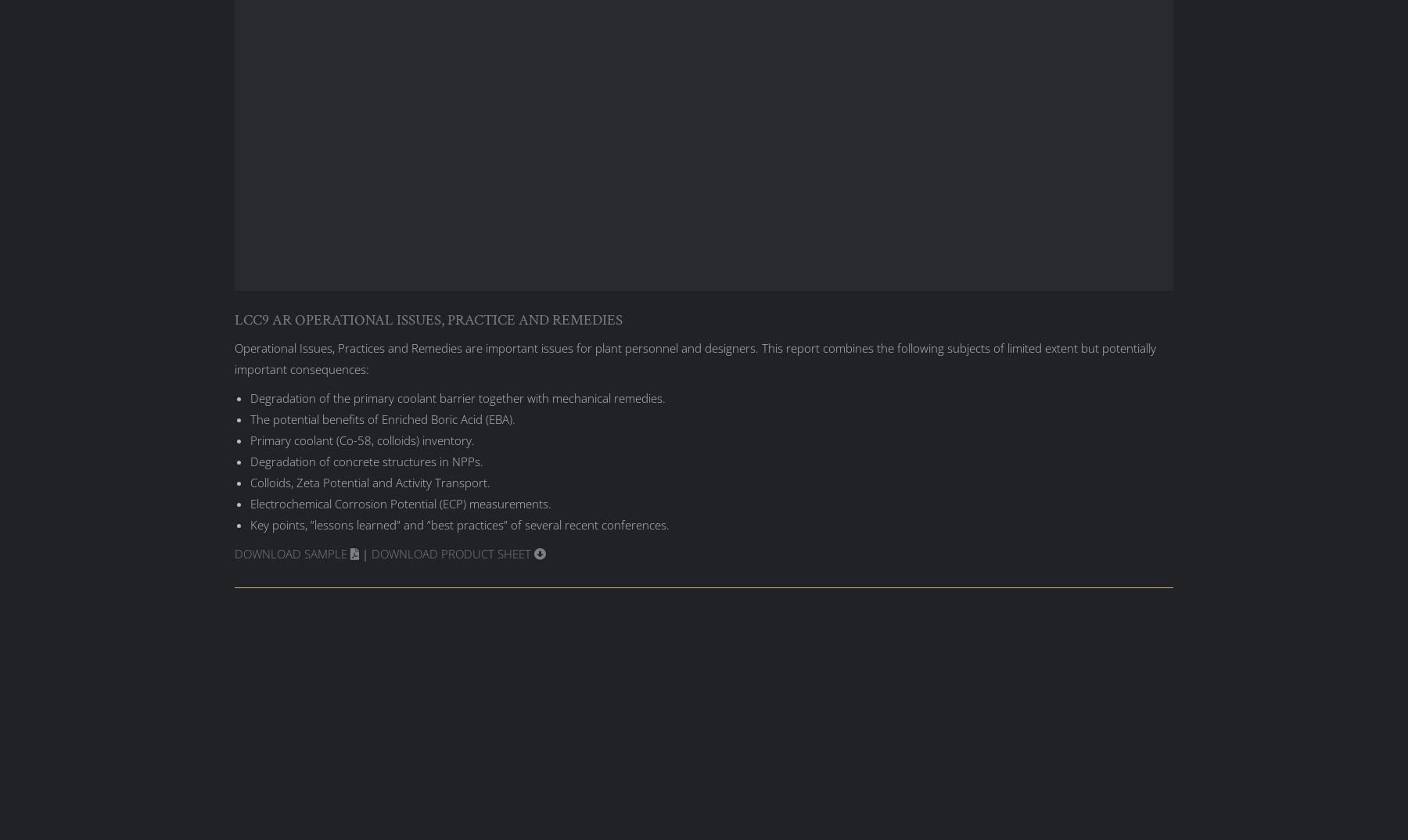 The width and height of the screenshot is (1408, 840). What do you see at coordinates (250, 439) in the screenshot?
I see `'Primary coolant (Co-58, colloids) inventory.'` at bounding box center [250, 439].